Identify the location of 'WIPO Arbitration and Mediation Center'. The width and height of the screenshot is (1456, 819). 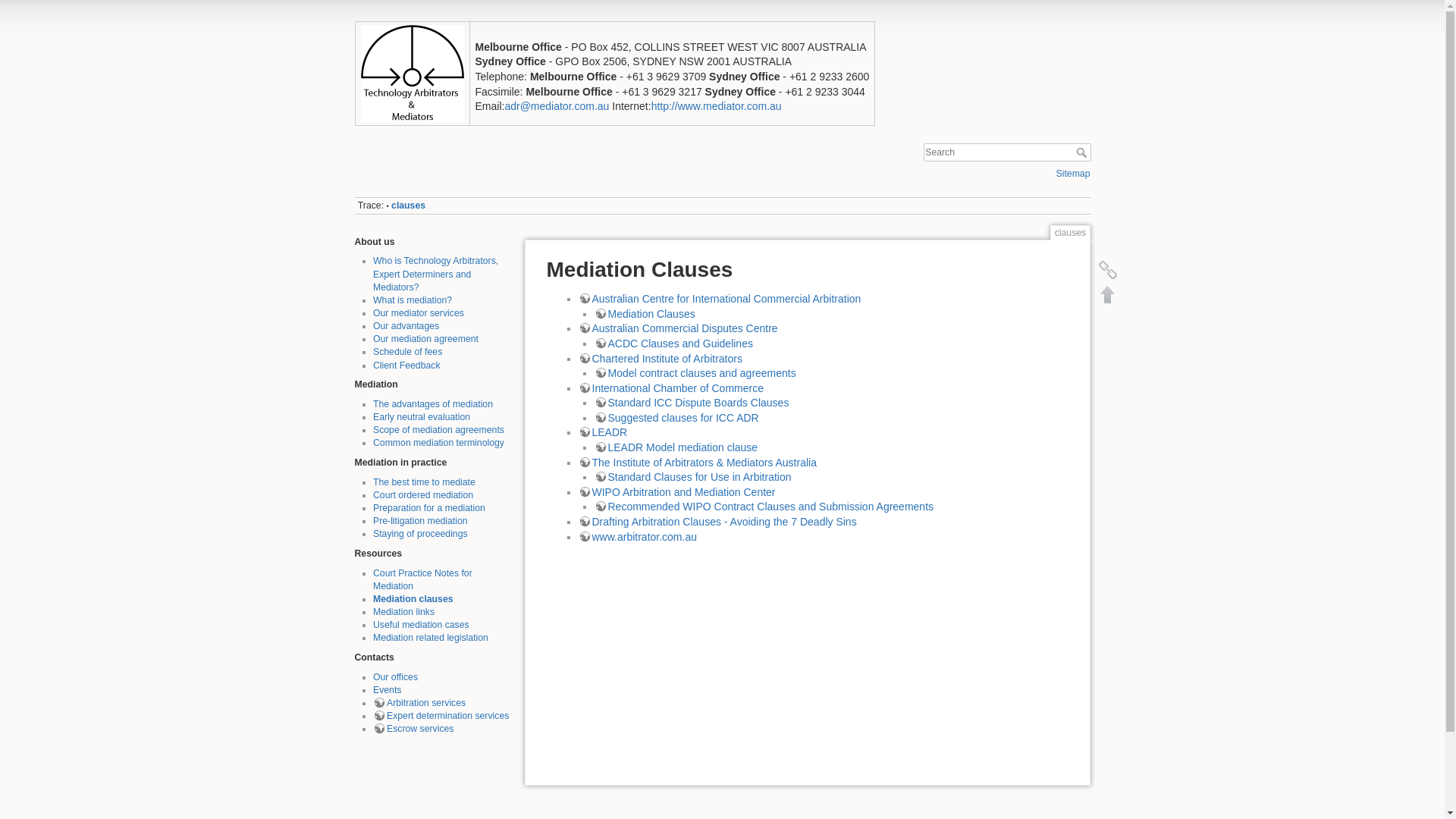
(676, 491).